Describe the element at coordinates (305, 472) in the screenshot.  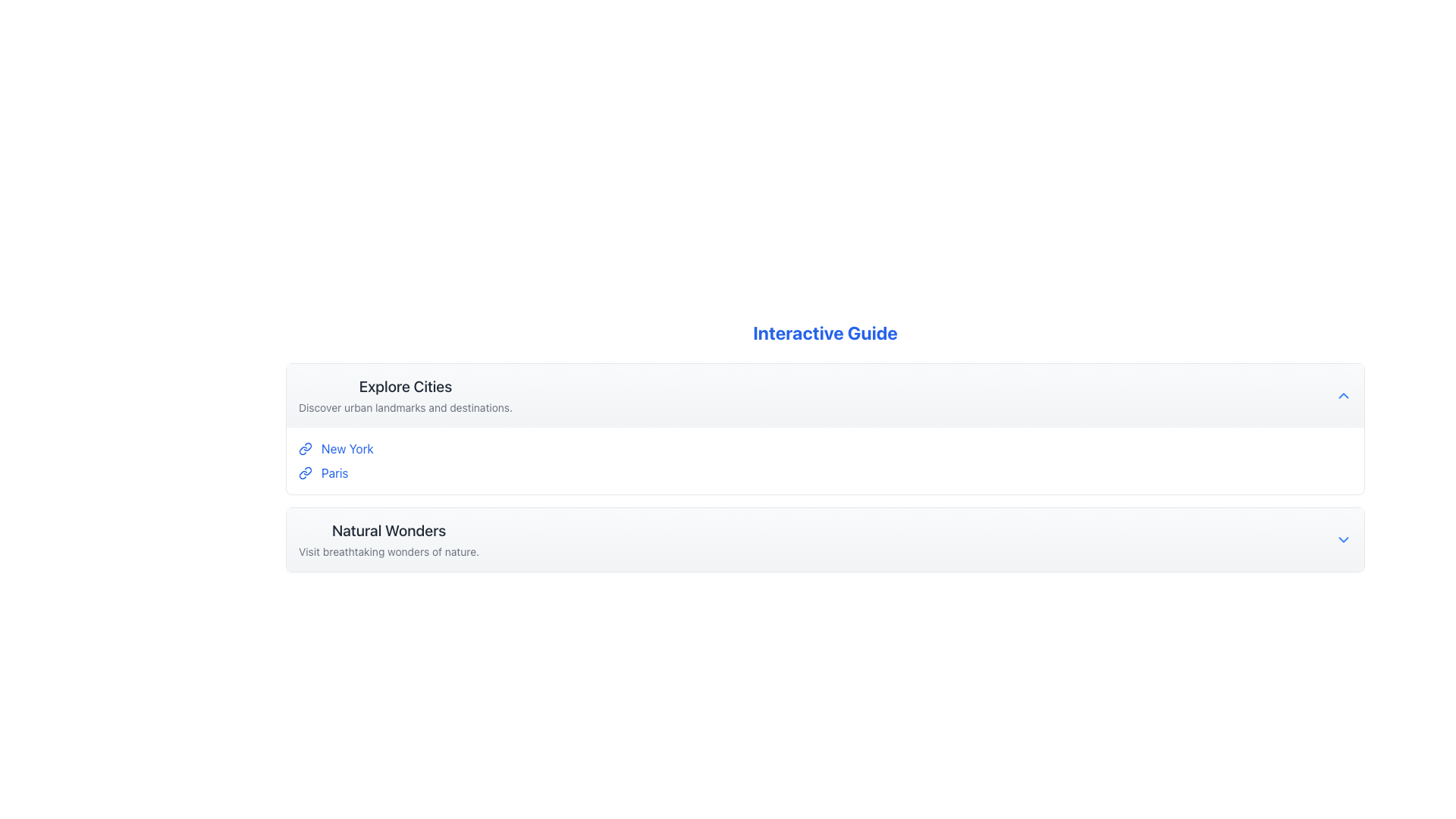
I see `the hyperlink indicator icon located to the left of the text 'Paris' in the 'Explore Cities' section` at that location.